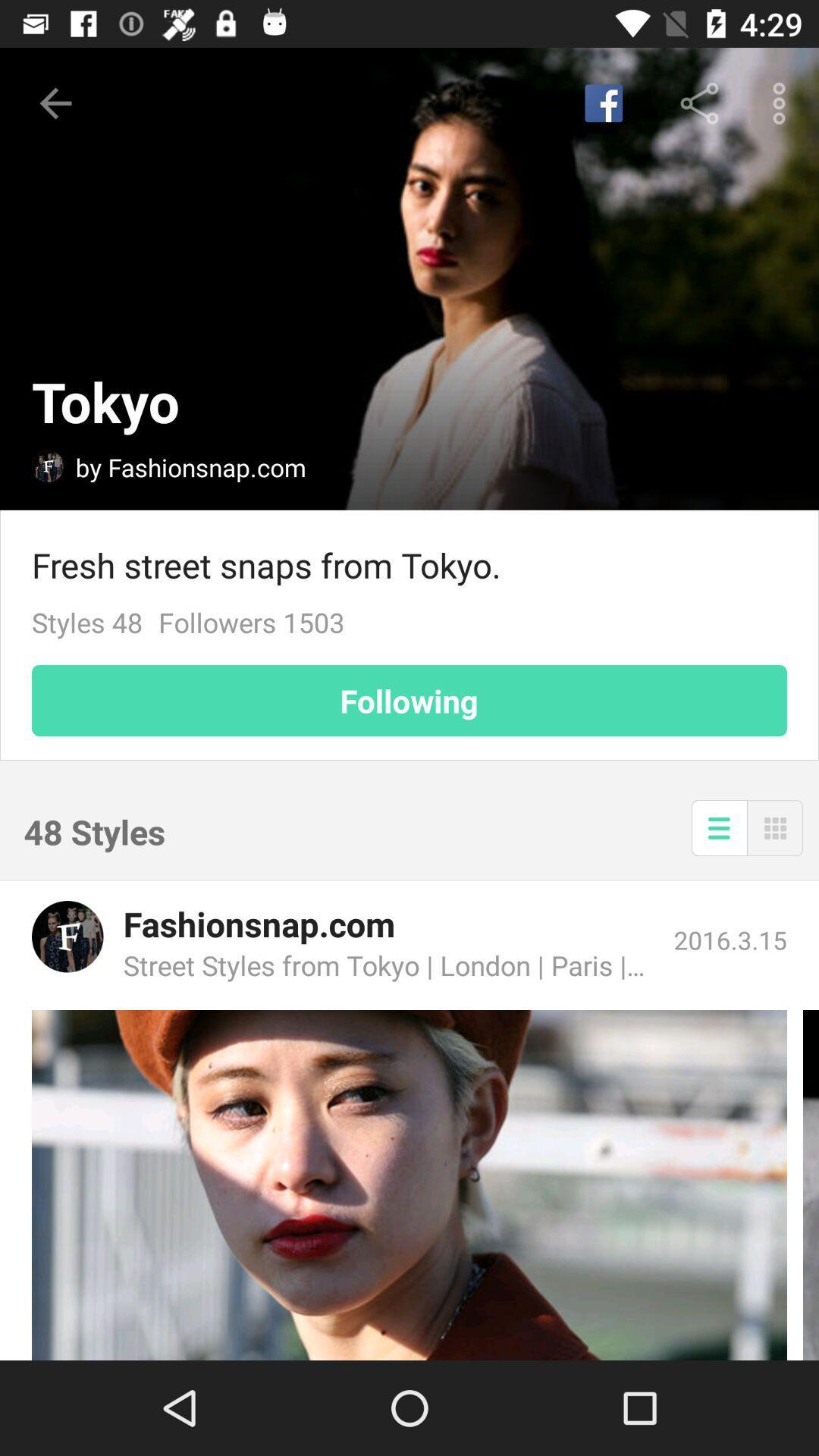 Image resolution: width=819 pixels, height=1456 pixels. Describe the element at coordinates (718, 827) in the screenshot. I see `display list mode` at that location.